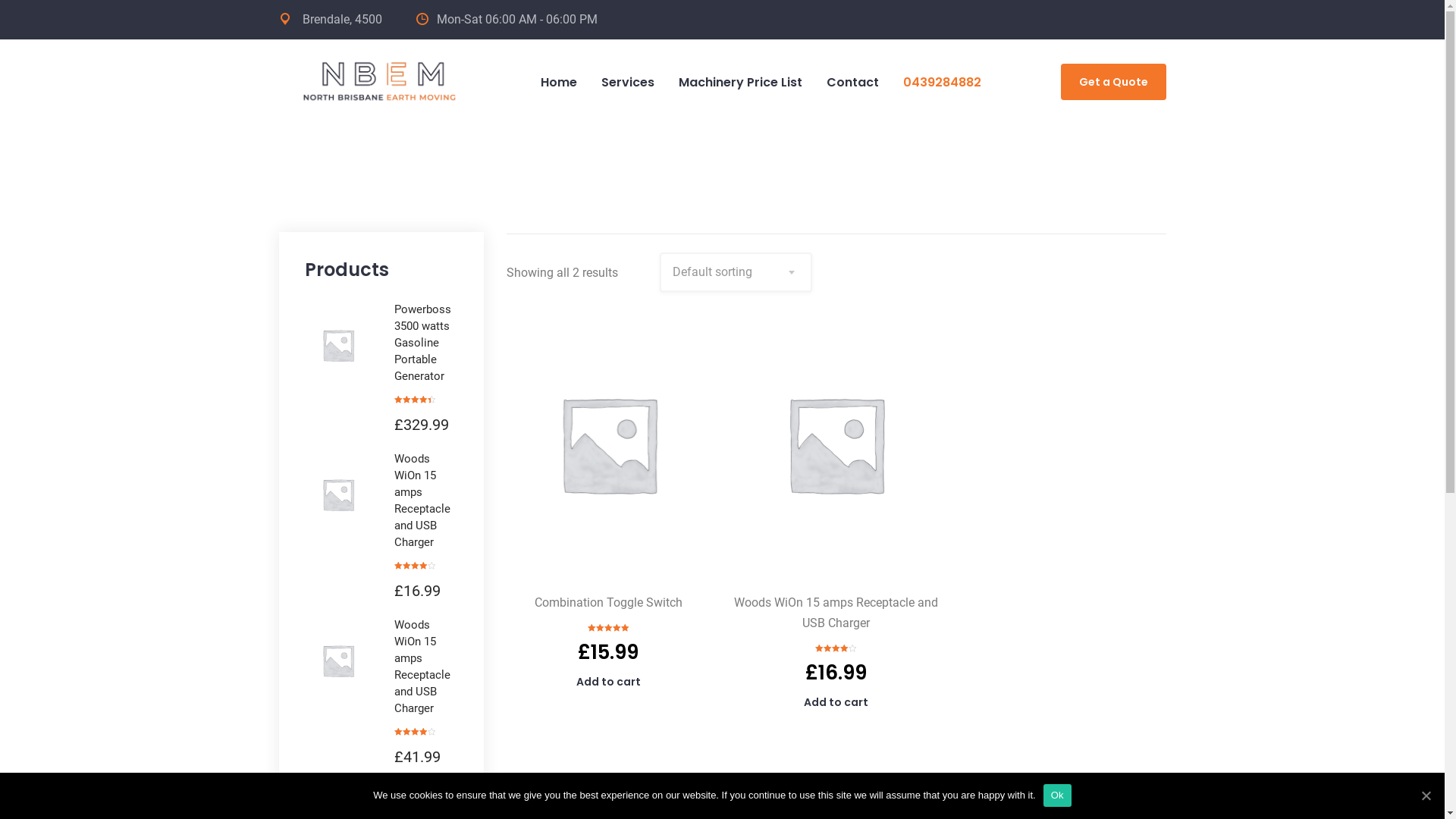 Image resolution: width=1456 pixels, height=819 pixels. I want to click on 'Machinery Price List', so click(739, 82).